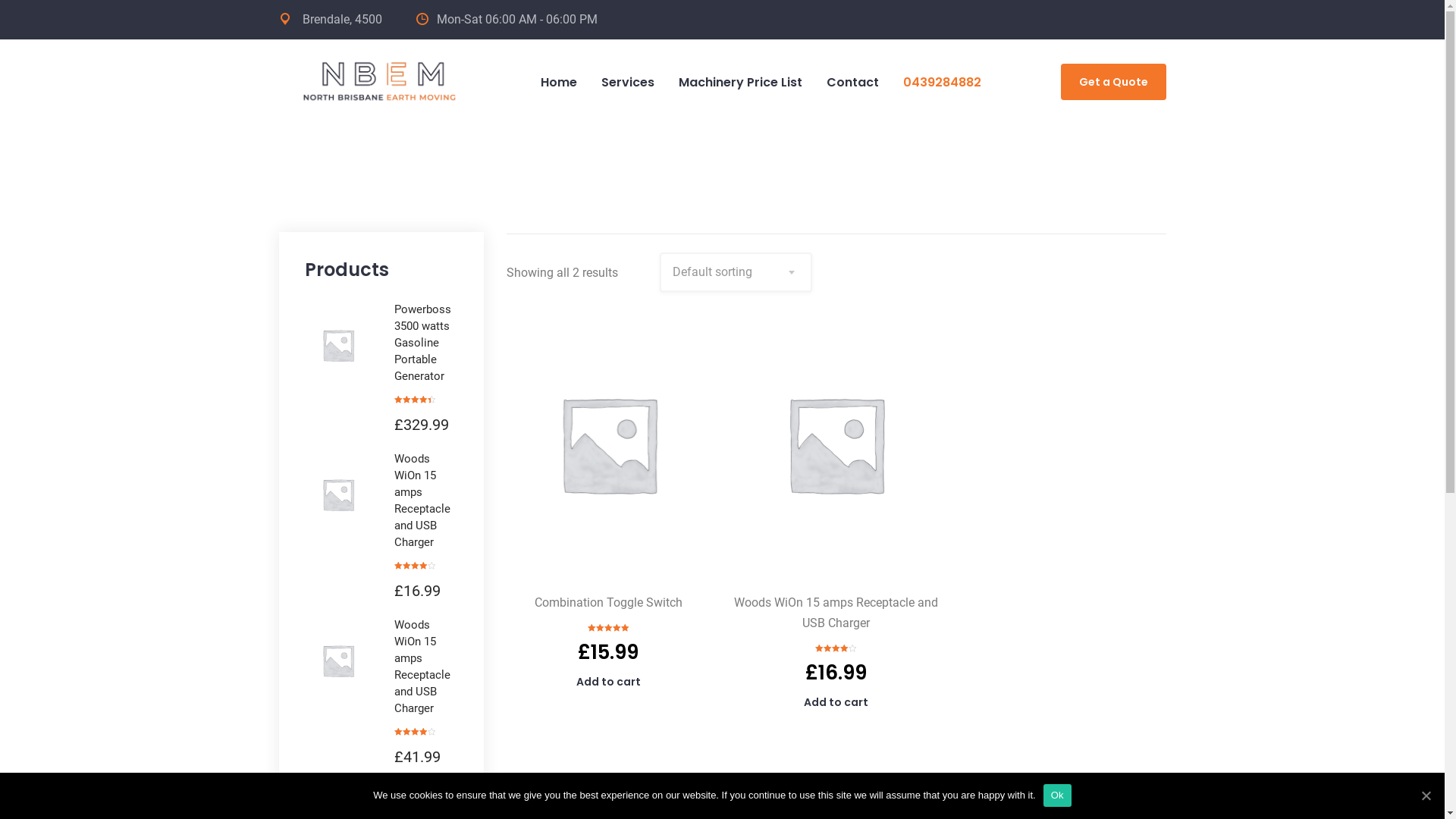 Image resolution: width=1456 pixels, height=819 pixels. I want to click on 'Machinery Price List', so click(739, 82).